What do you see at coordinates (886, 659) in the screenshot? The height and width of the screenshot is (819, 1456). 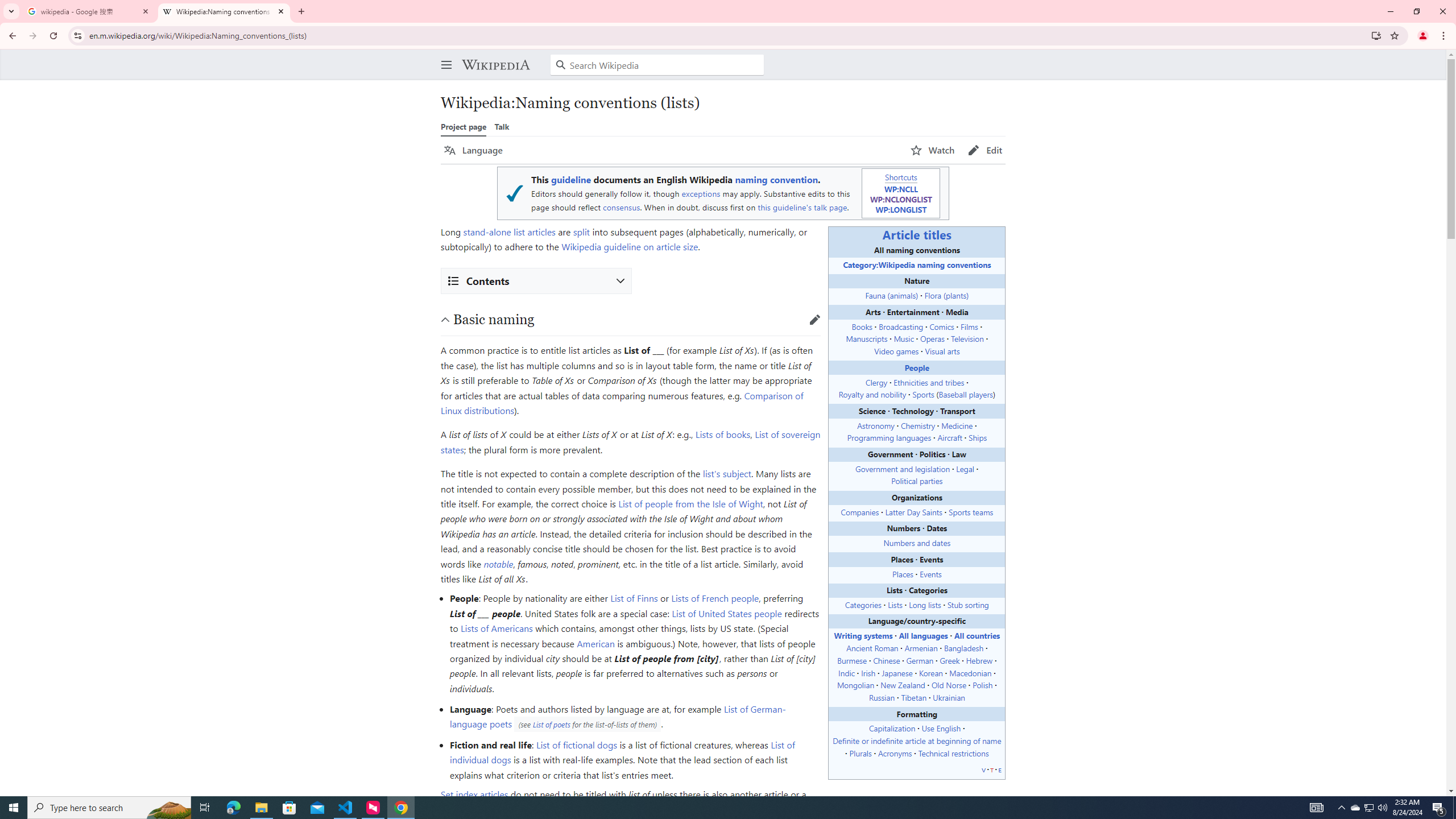 I see `'Chinese'` at bounding box center [886, 659].